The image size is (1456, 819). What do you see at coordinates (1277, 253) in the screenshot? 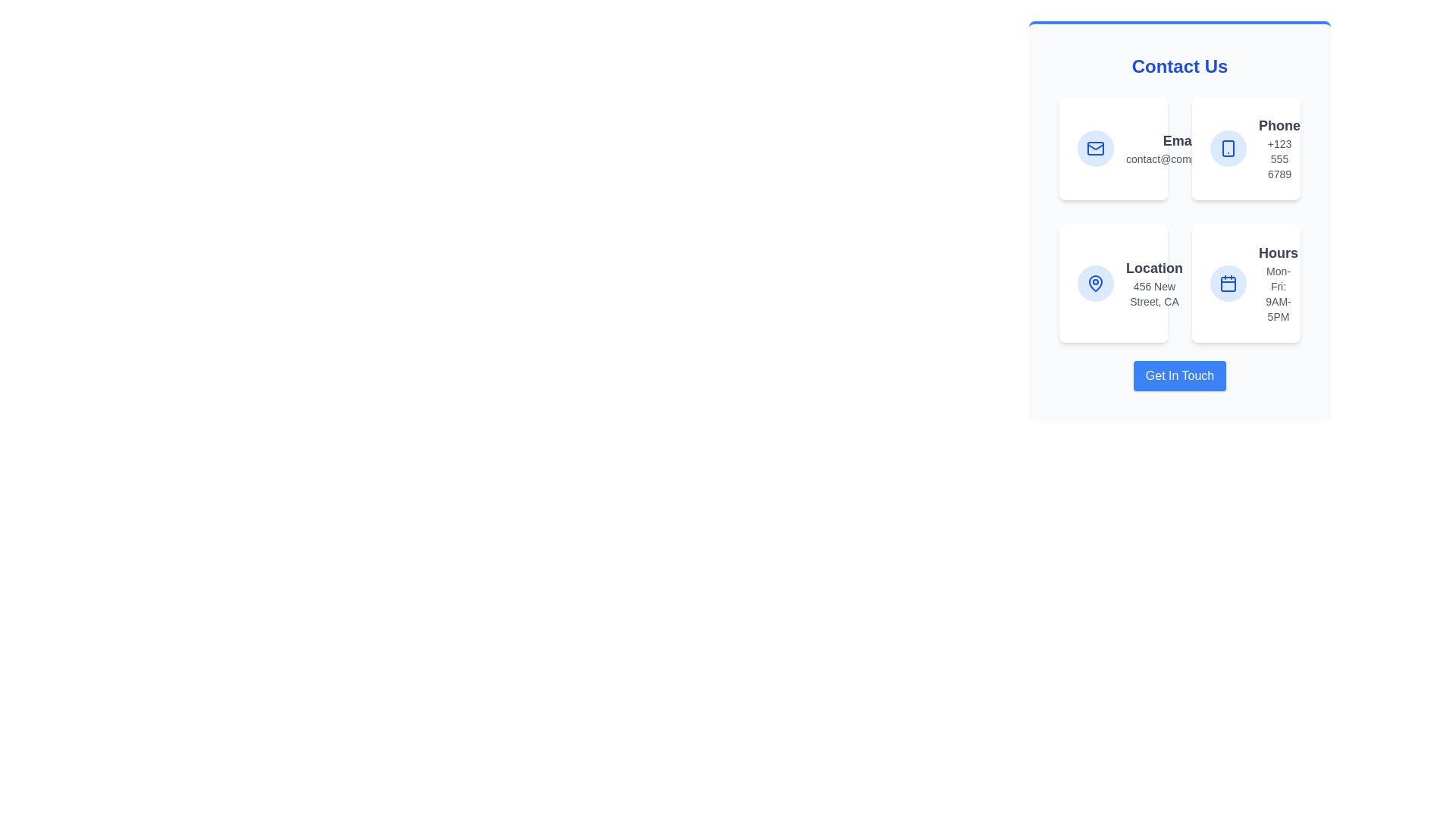
I see `header text label that describes the operating hours information, located above the text 'Mon-Fri: 9AM-5PM' in the lower-right section of the card` at bounding box center [1277, 253].